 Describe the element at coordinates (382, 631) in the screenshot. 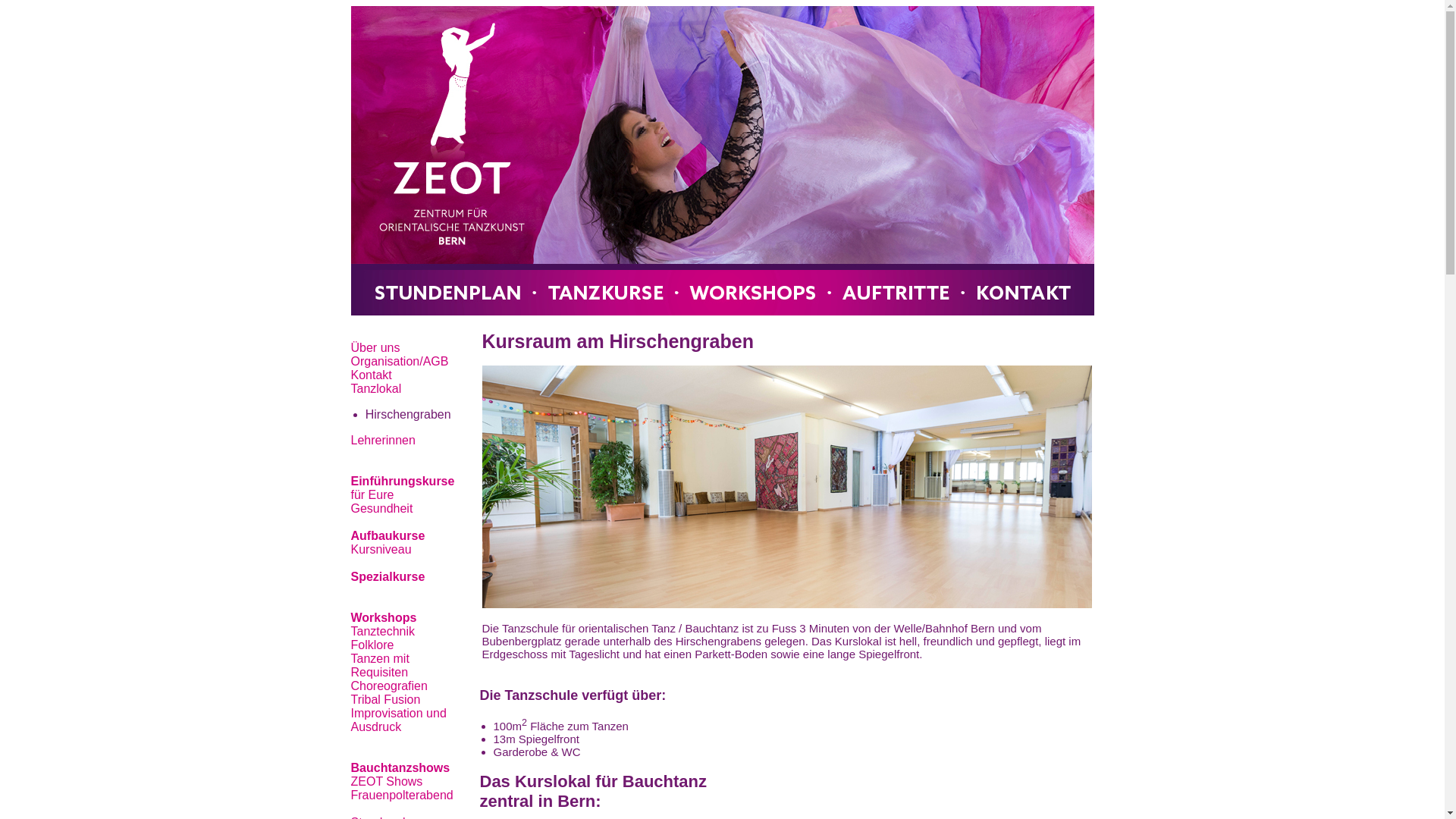

I see `'Tanztechnik'` at that location.